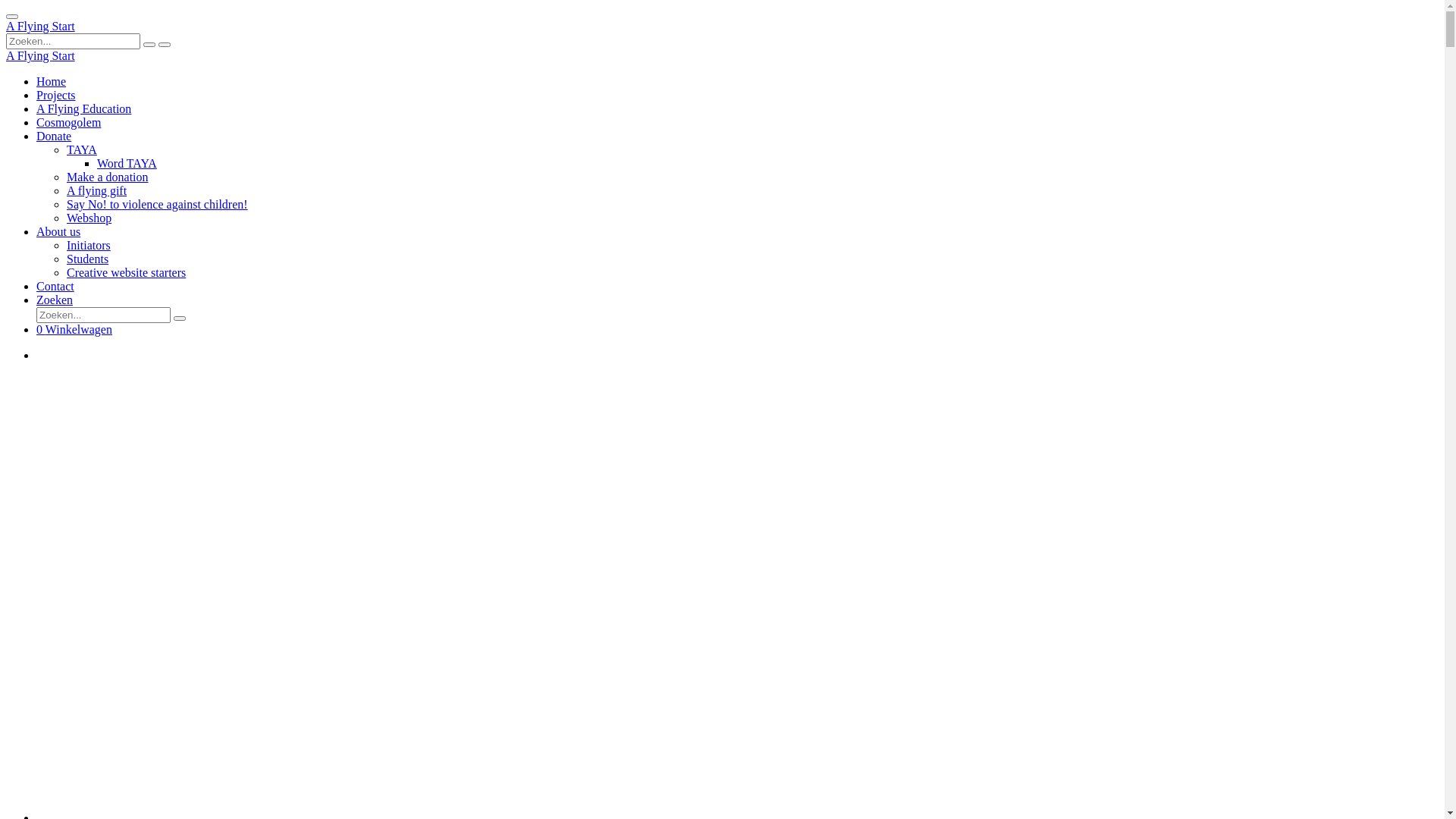  Describe the element at coordinates (107, 176) in the screenshot. I see `'Make a donation'` at that location.